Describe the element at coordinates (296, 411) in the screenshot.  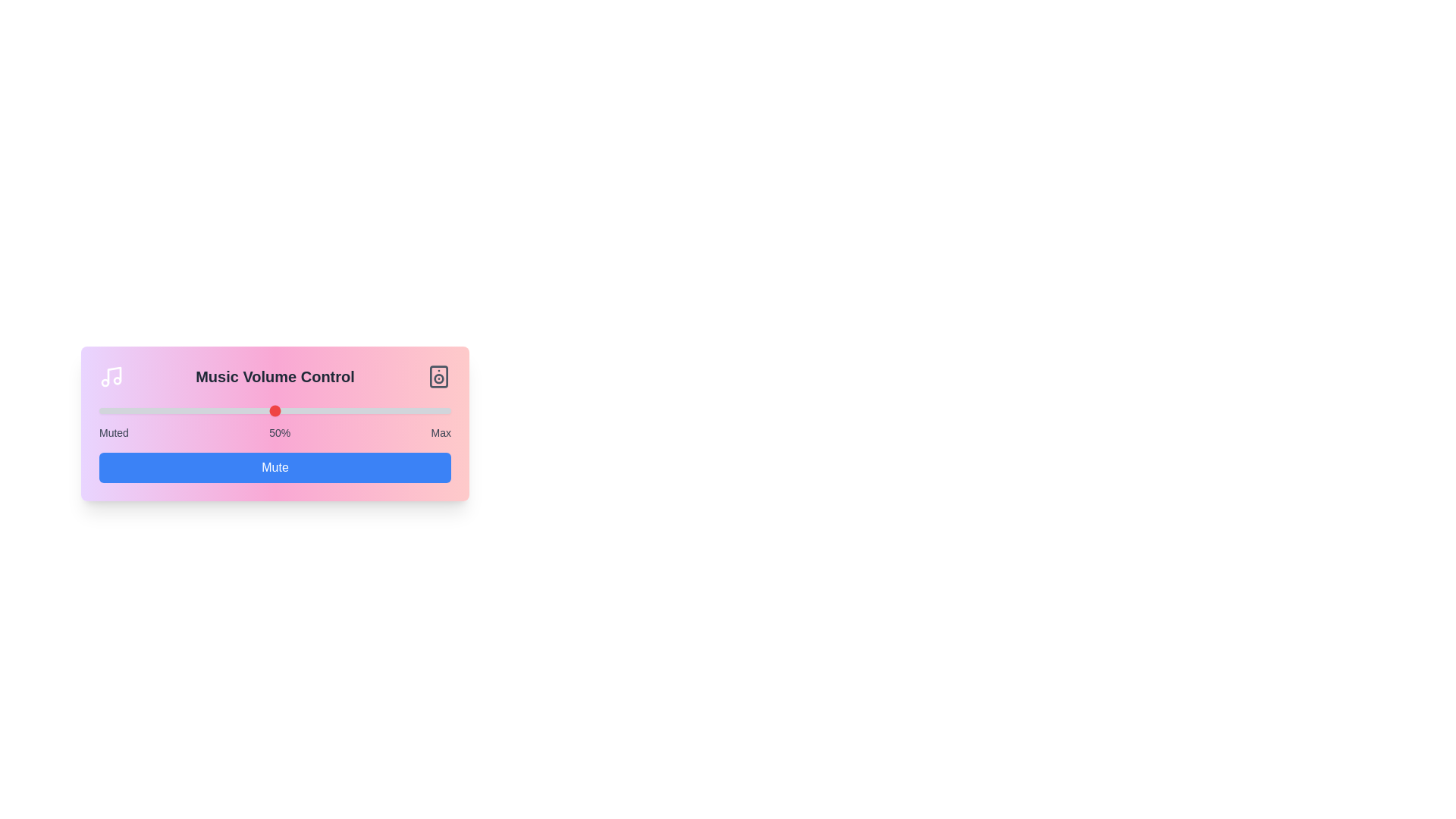
I see `the volume slider to 56%` at that location.